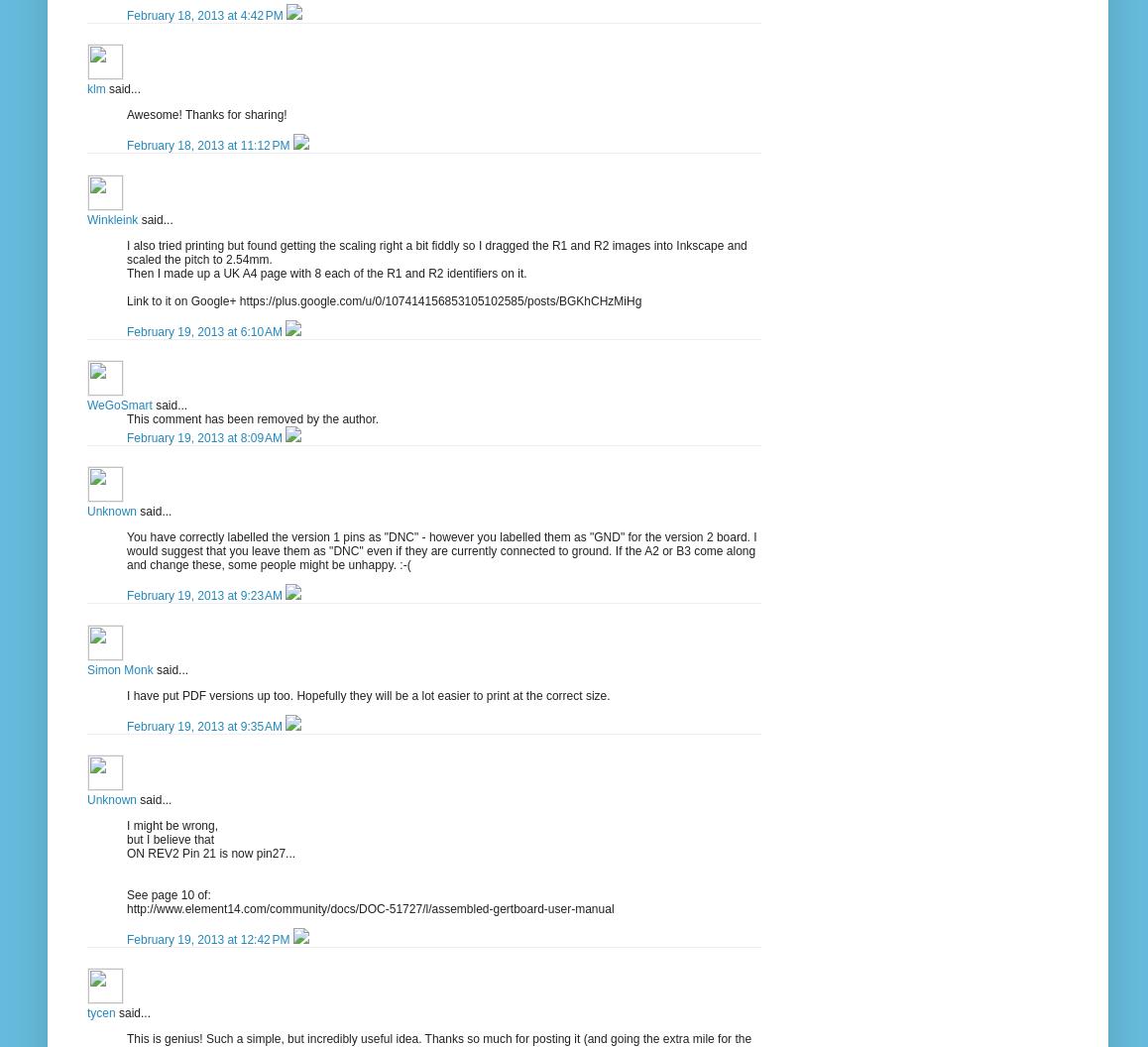 This screenshot has height=1047, width=1148. Describe the element at coordinates (125, 550) in the screenshot. I see `'You have correctly labelled the version 1 pins as "DNC" - however you labelled them as "GND" for the version 2 board.  I would suggest that you leave them as "DNC" even if they are currently connected to ground.  If the A2 or B3 come along and change these, some people might be unhappy. :-('` at that location.